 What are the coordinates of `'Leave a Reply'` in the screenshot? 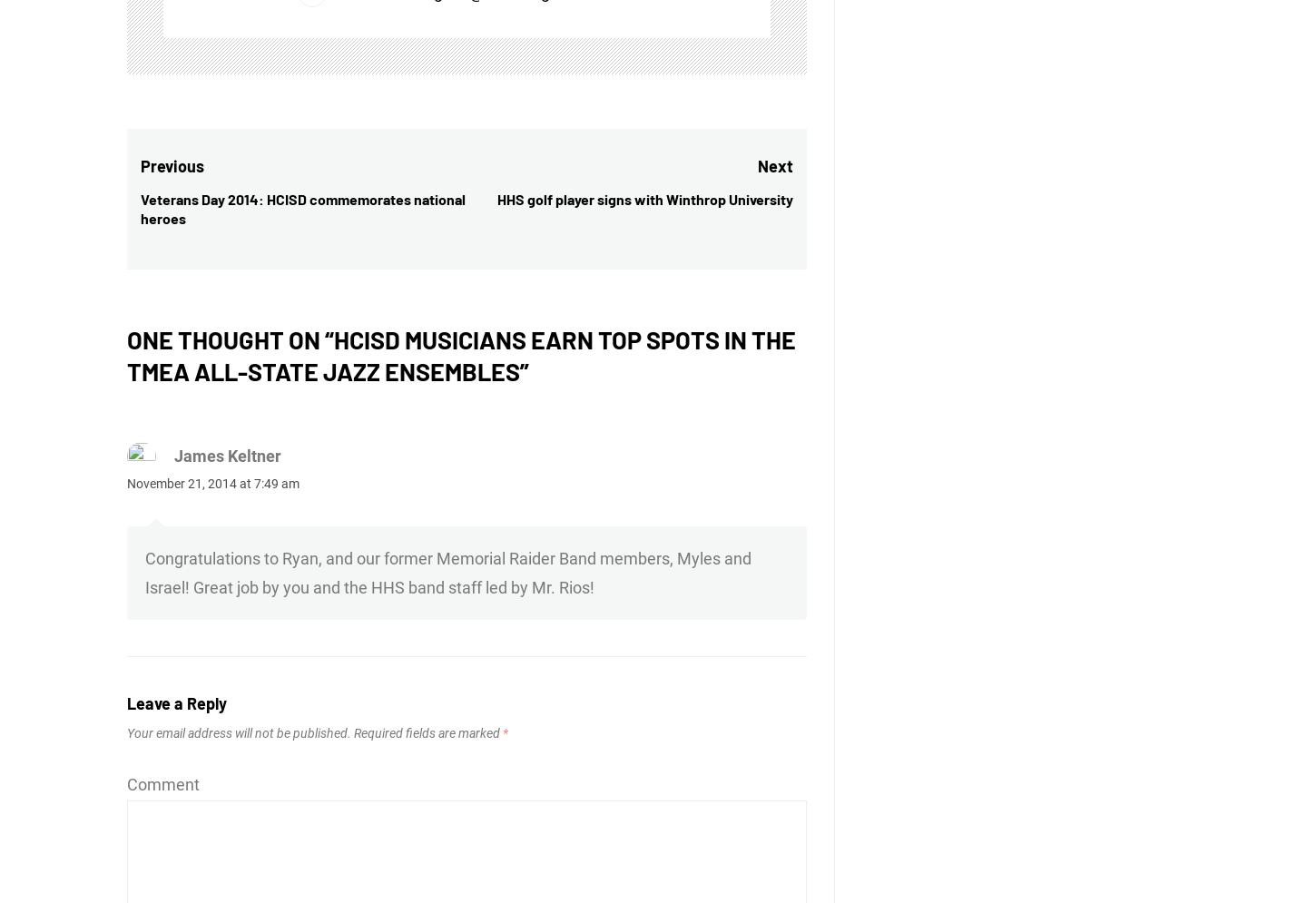 It's located at (176, 703).